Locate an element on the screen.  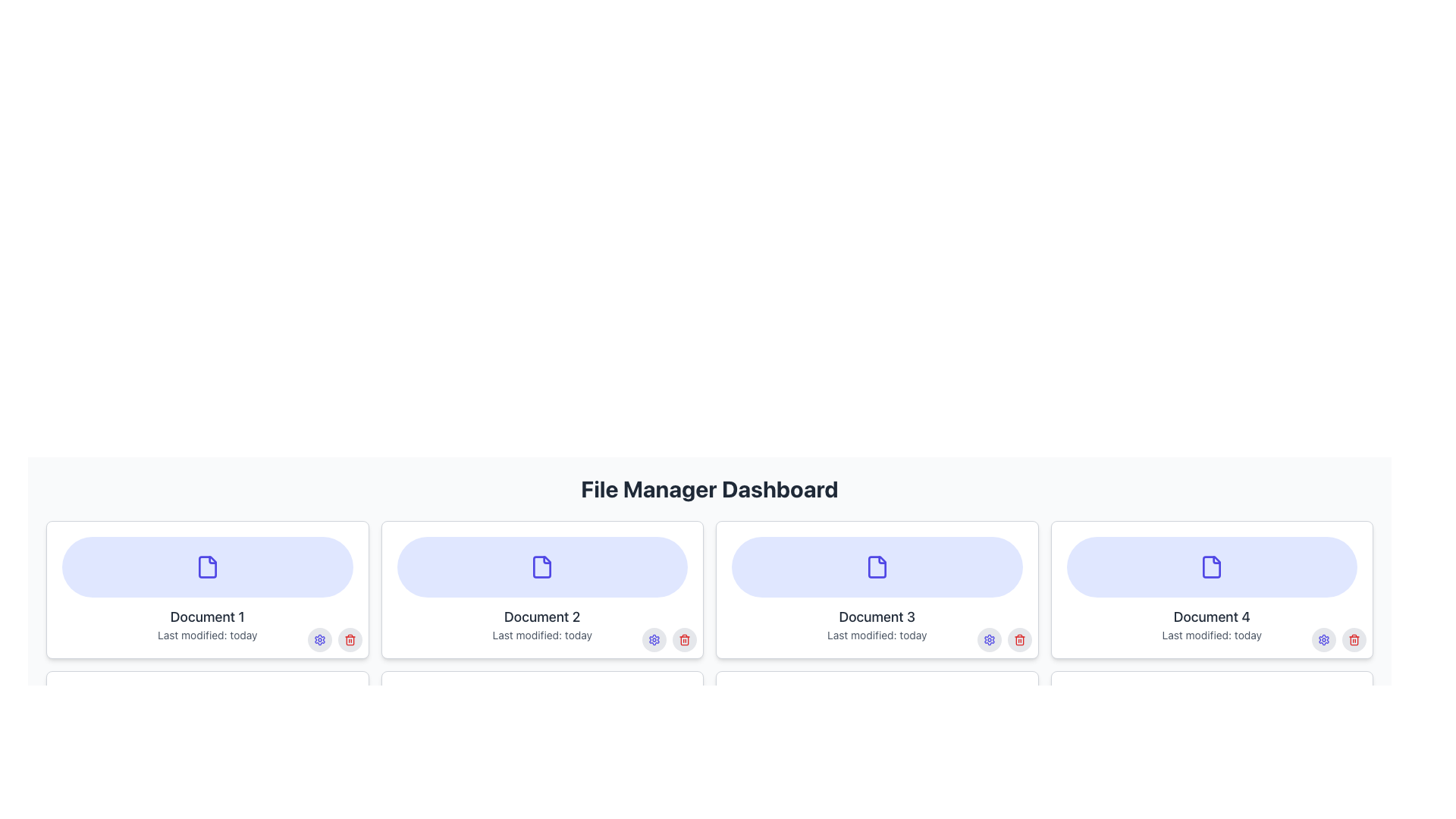
the gear icon located at the bottom right corner of the 'Document 2' card is located at coordinates (654, 640).